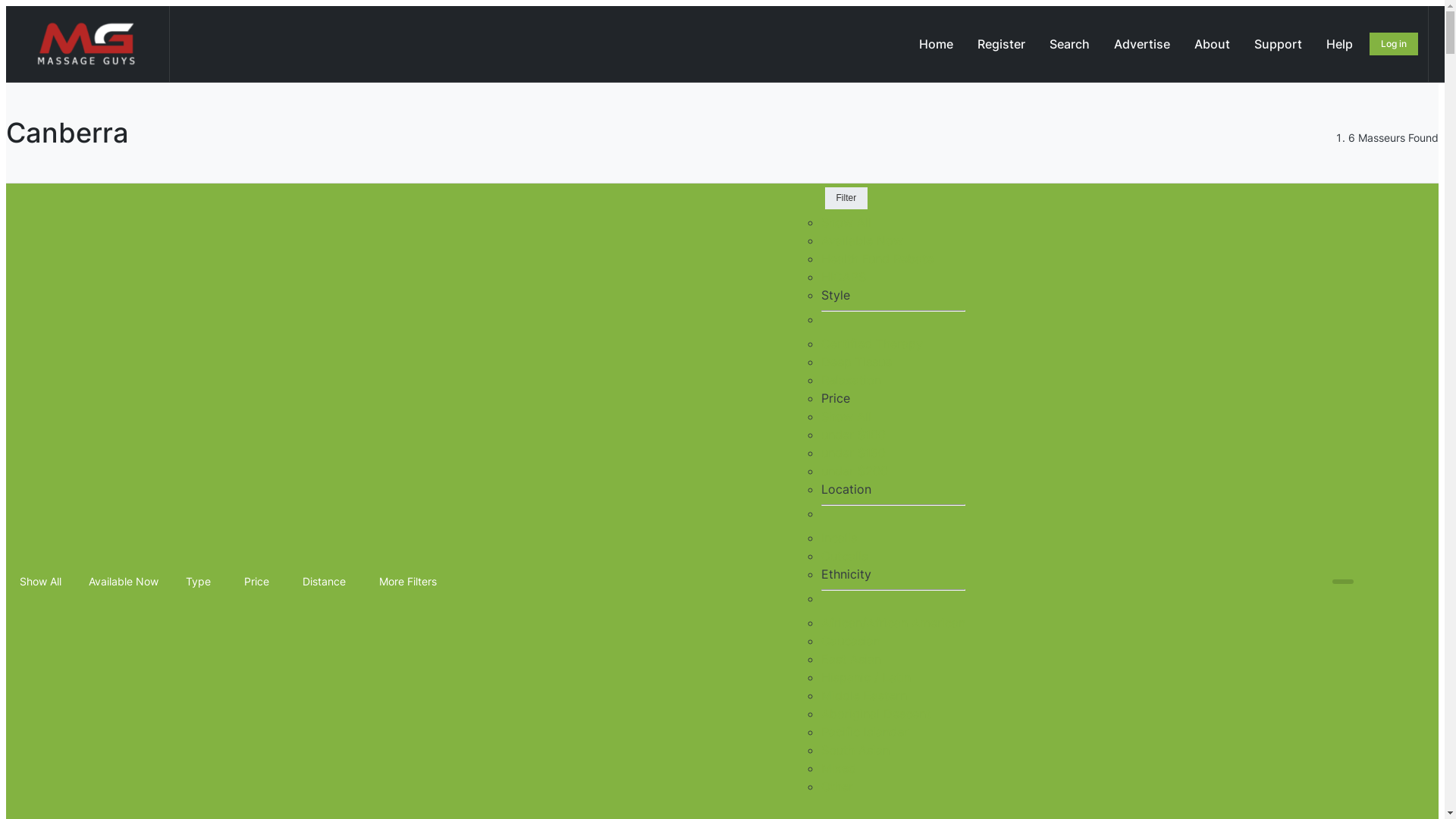  Describe the element at coordinates (1211, 42) in the screenshot. I see `'About'` at that location.